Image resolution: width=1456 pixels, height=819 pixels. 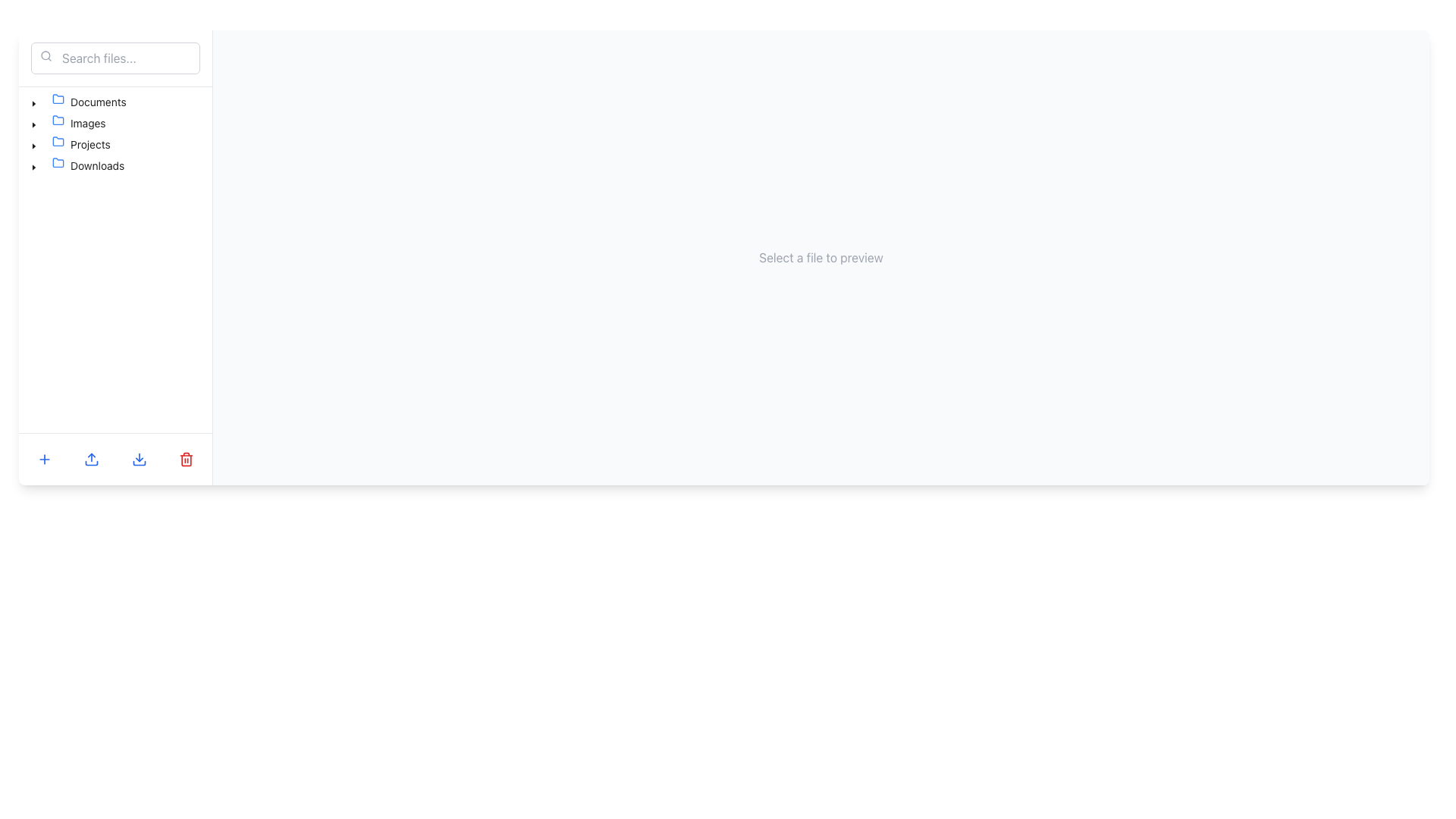 I want to click on the 'Projects' tree node item, which is represented by a blue folder icon and text, so click(x=80, y=145).